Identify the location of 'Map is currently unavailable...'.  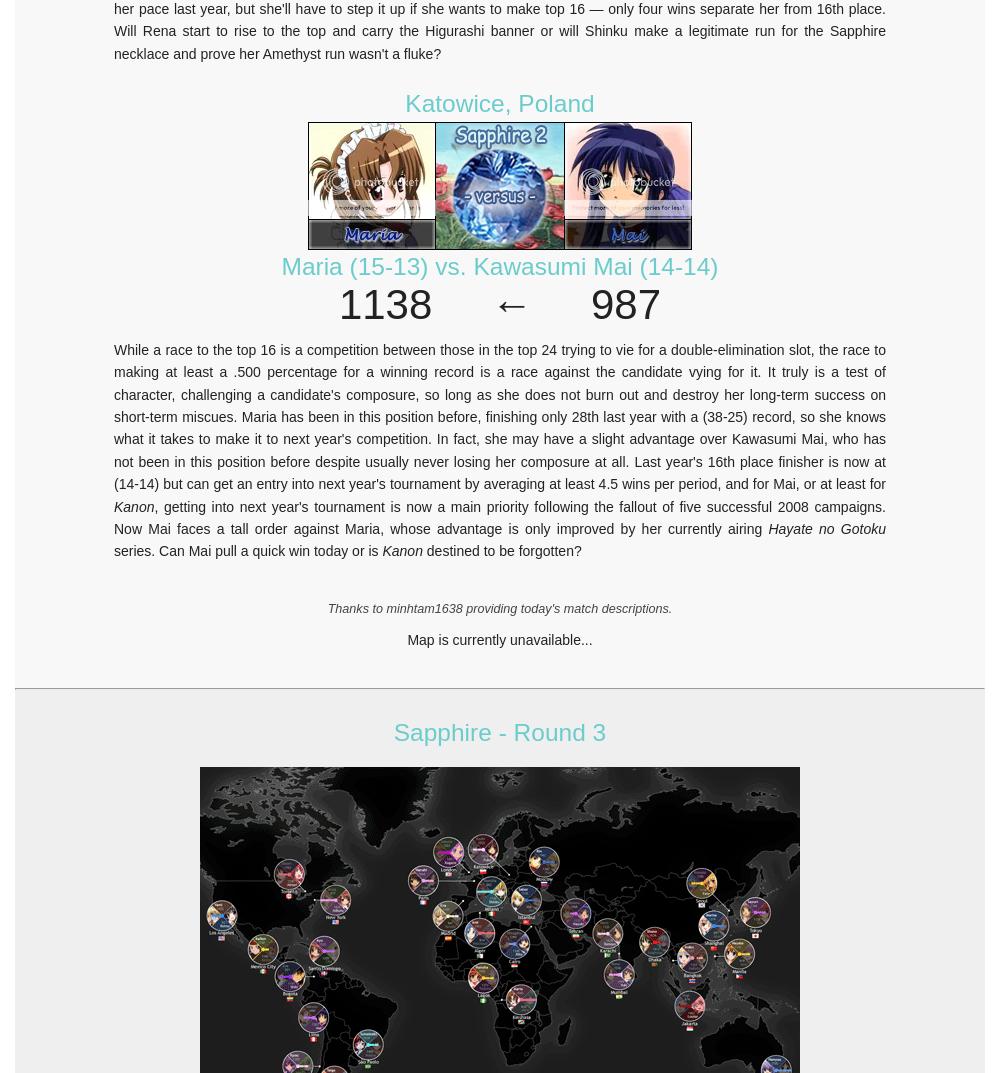
(498, 639).